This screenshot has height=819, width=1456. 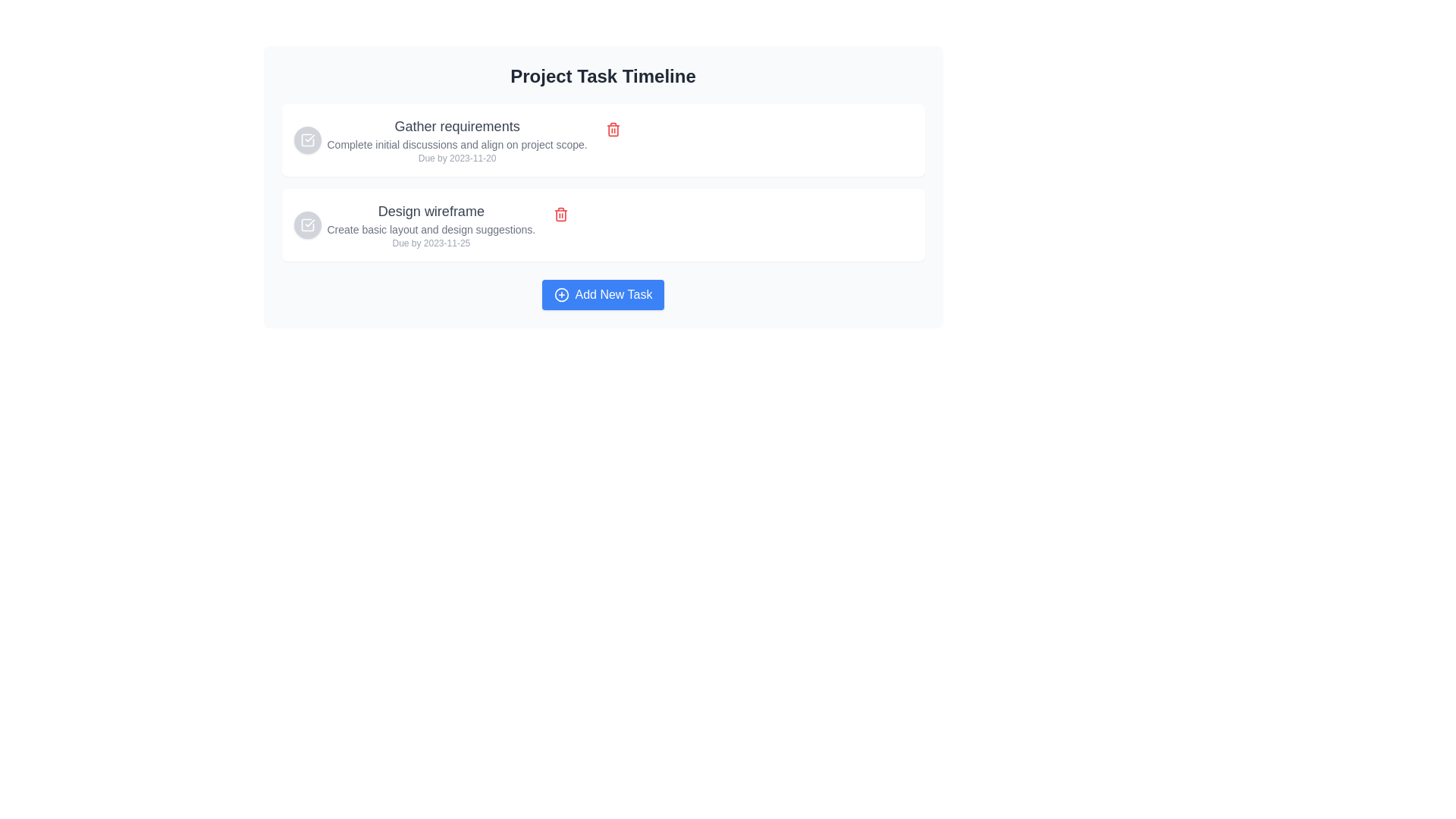 I want to click on the icon background element that is styled as a square outline with rounded corners, located in the upper task block titled 'Gather requirements', so click(x=306, y=140).